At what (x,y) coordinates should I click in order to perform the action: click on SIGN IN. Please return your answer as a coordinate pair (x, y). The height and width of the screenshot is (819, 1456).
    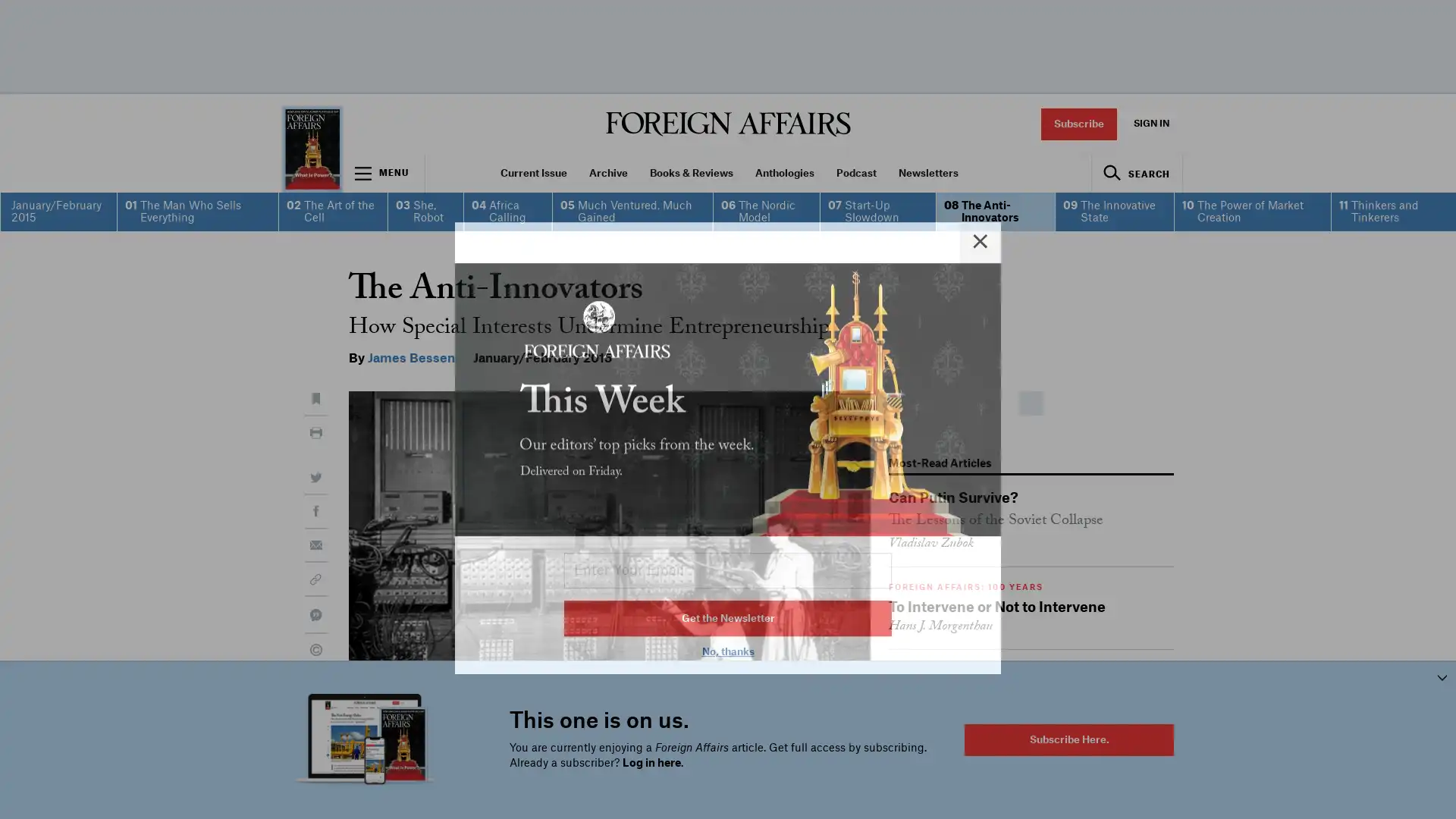
    Looking at the image, I should click on (1150, 123).